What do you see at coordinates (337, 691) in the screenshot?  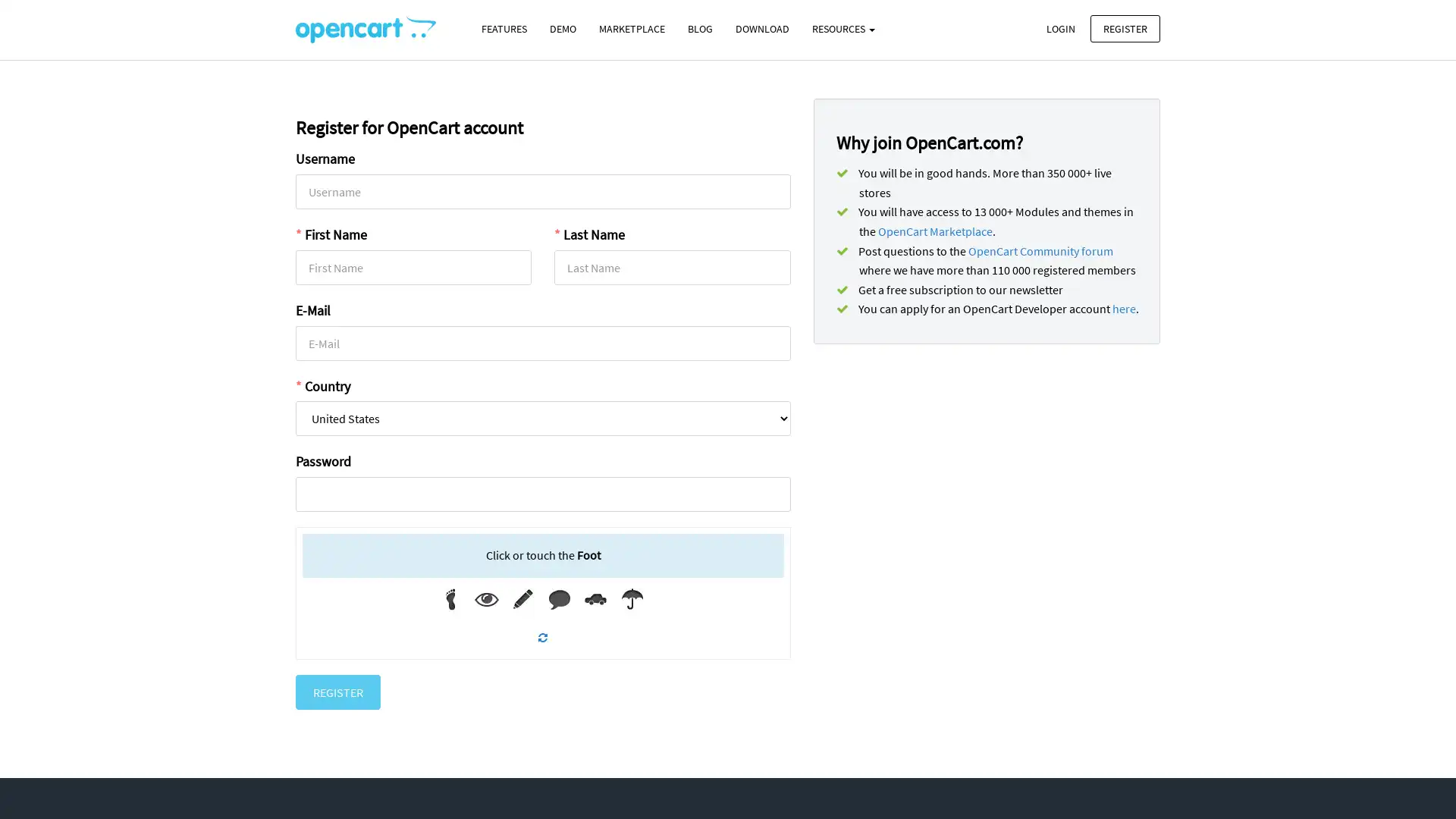 I see `REGISTER` at bounding box center [337, 691].